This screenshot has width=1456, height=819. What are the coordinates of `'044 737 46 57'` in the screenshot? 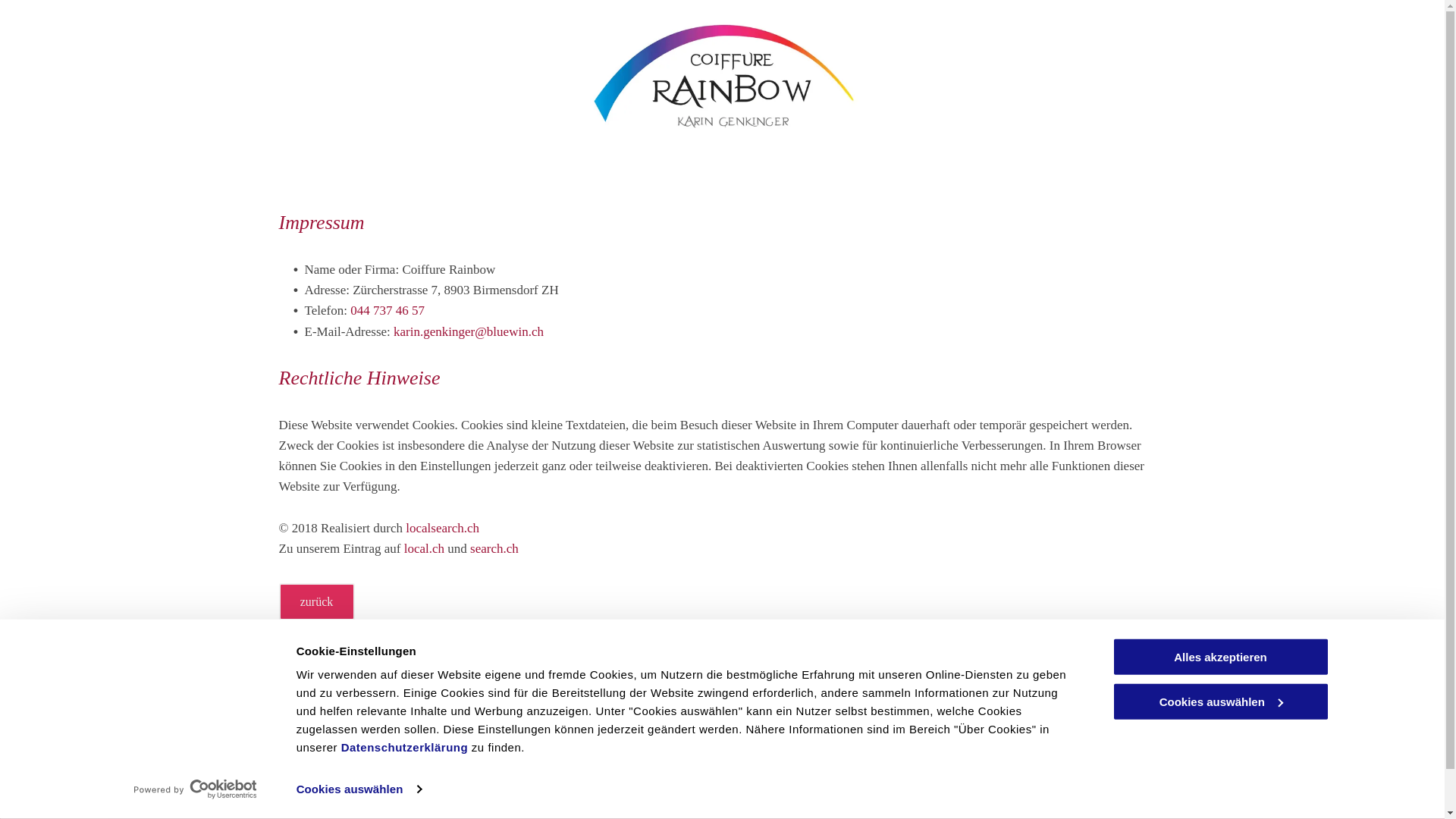 It's located at (387, 309).